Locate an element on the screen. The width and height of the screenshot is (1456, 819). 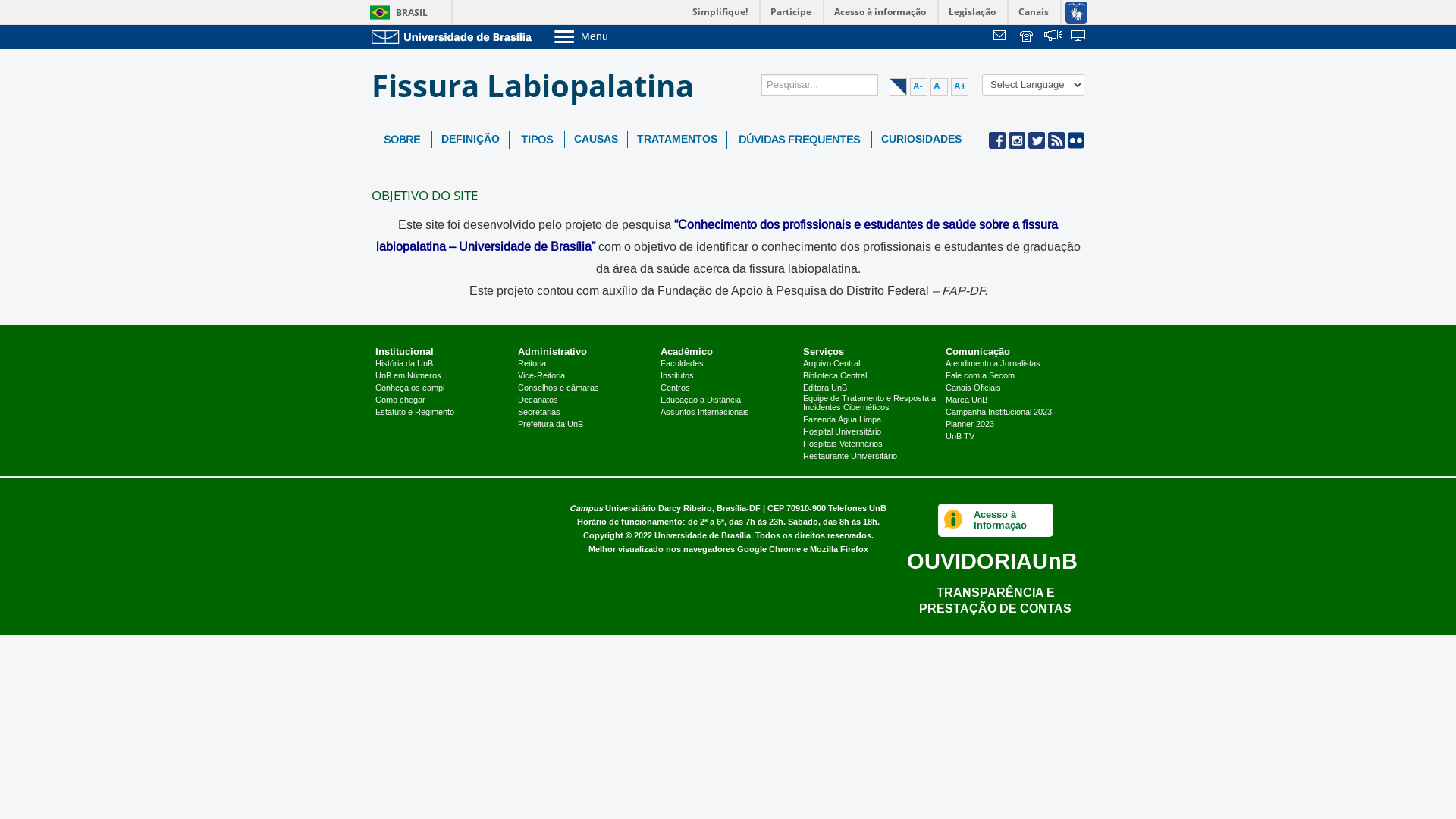
'Arquivo Central' is located at coordinates (830, 363).